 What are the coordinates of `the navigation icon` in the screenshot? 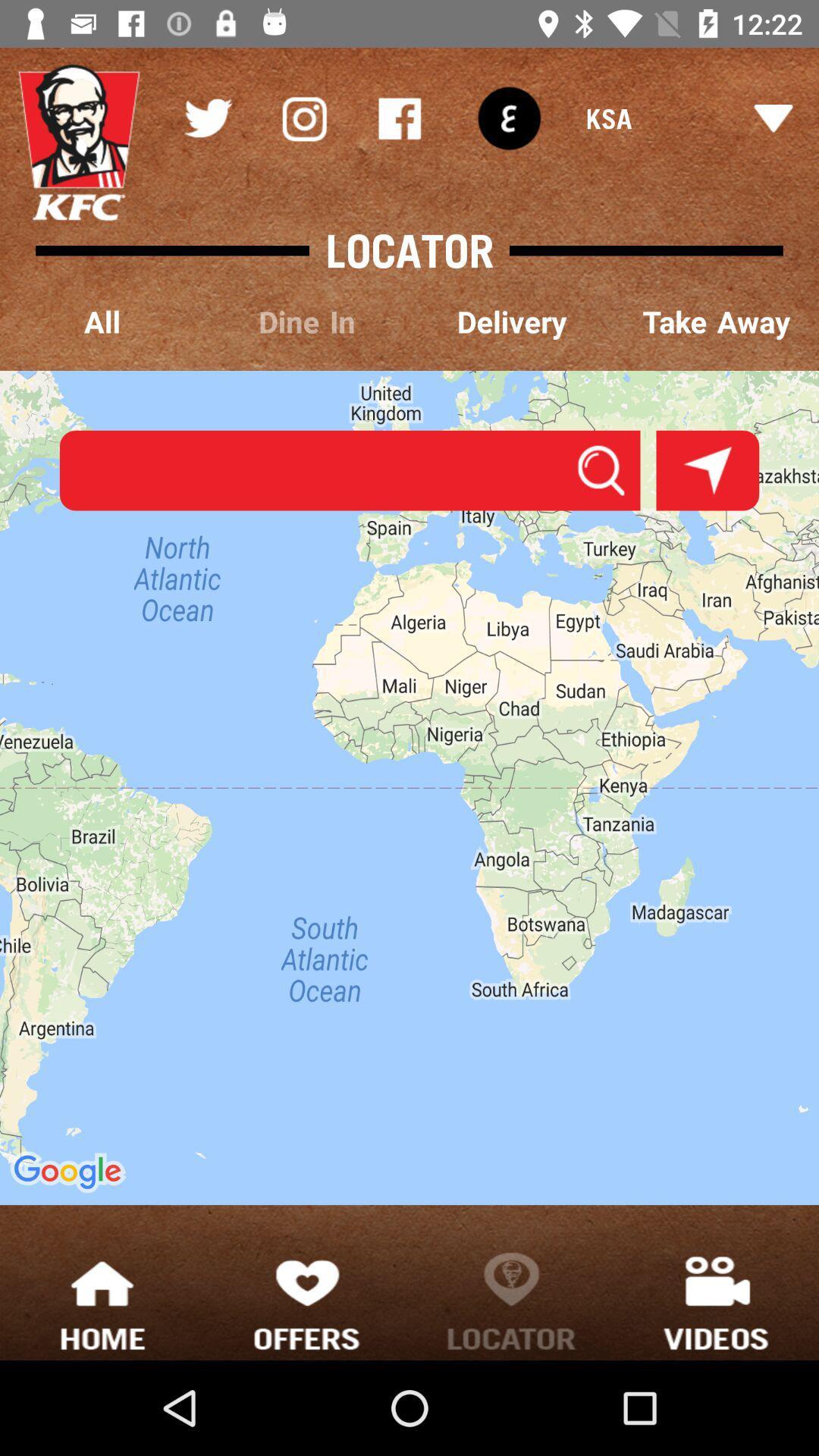 It's located at (708, 469).